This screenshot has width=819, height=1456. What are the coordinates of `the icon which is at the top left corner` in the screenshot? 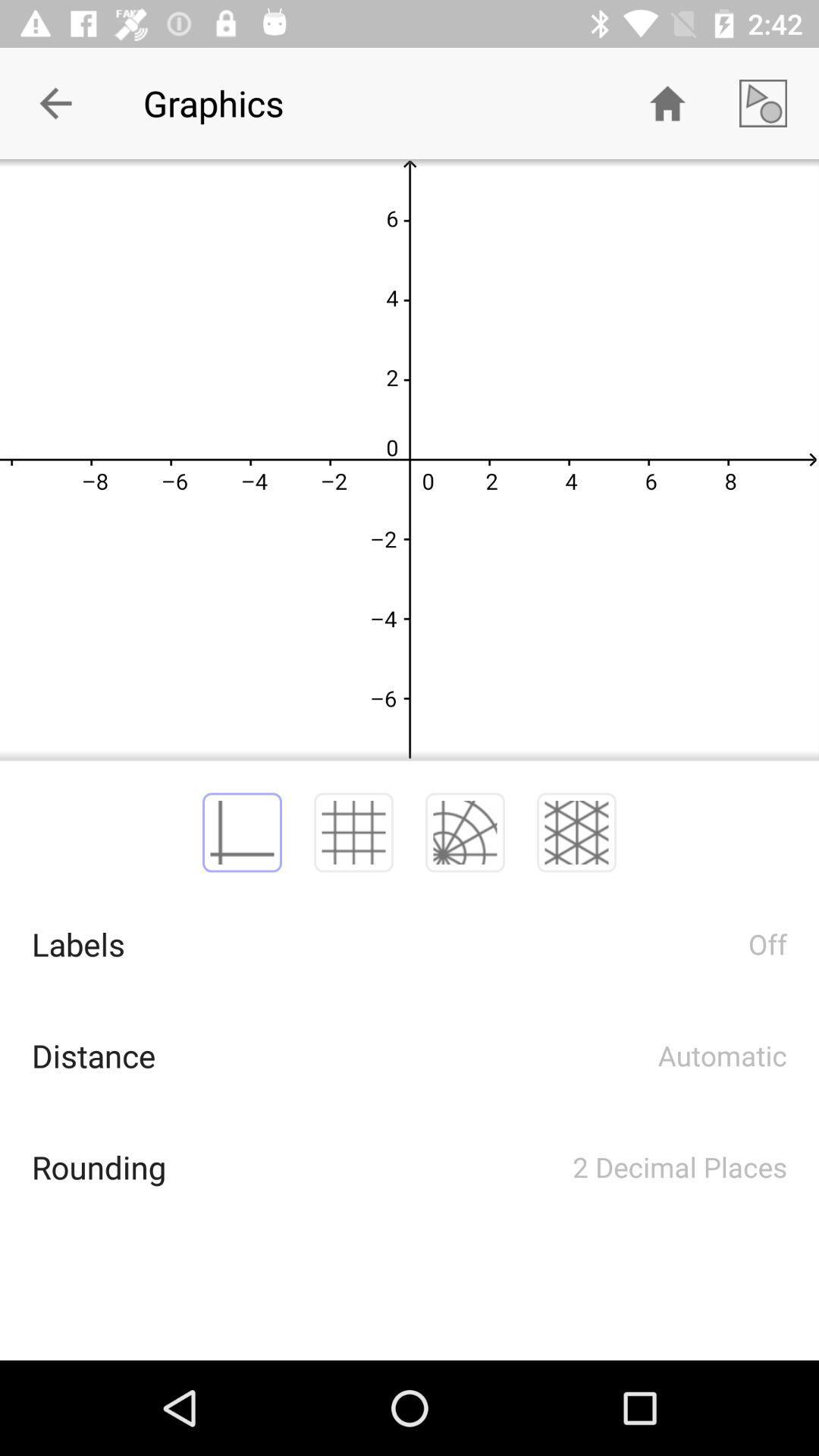 It's located at (55, 103).